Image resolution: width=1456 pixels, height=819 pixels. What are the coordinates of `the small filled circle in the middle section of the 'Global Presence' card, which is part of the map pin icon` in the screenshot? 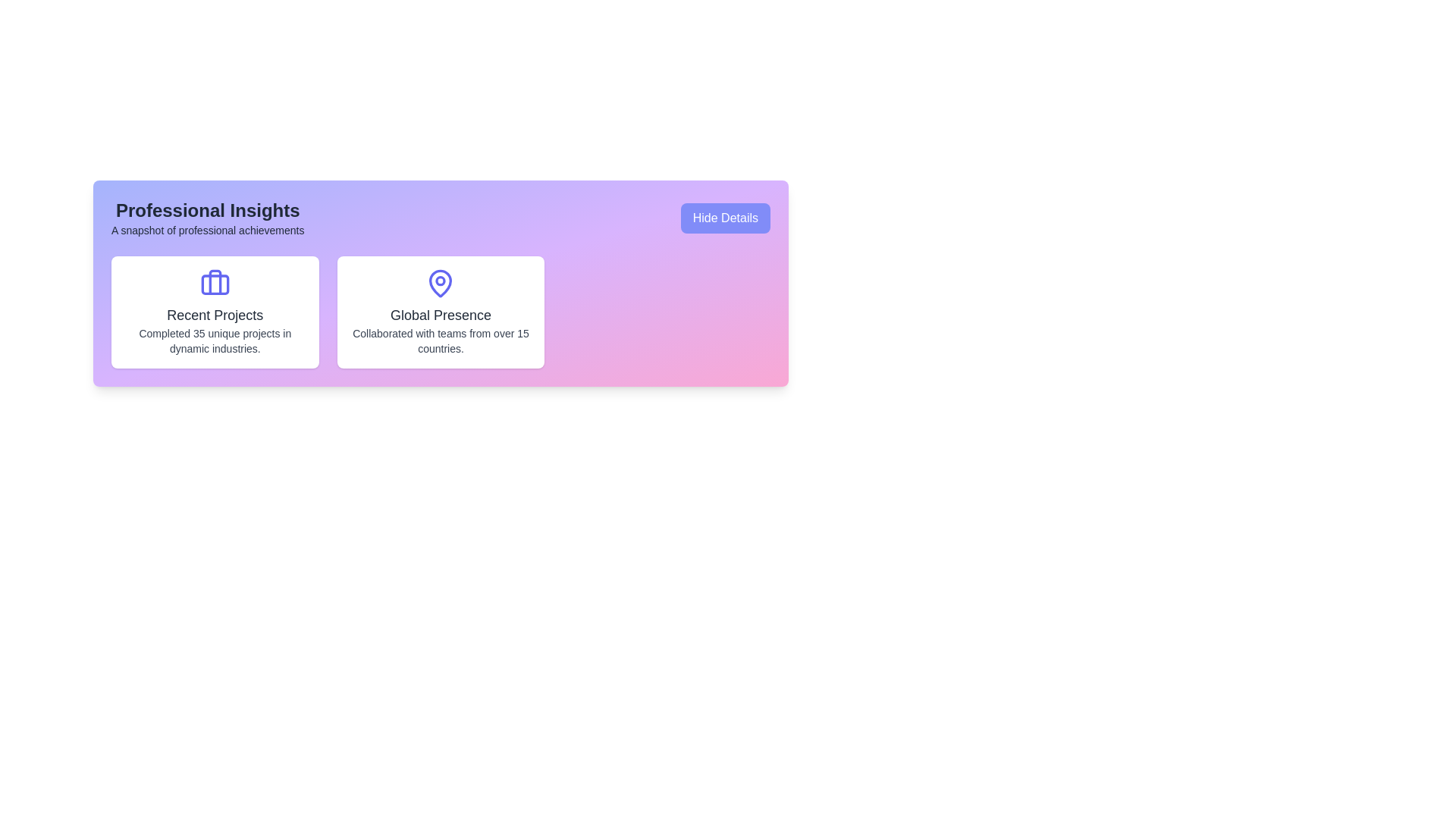 It's located at (440, 281).